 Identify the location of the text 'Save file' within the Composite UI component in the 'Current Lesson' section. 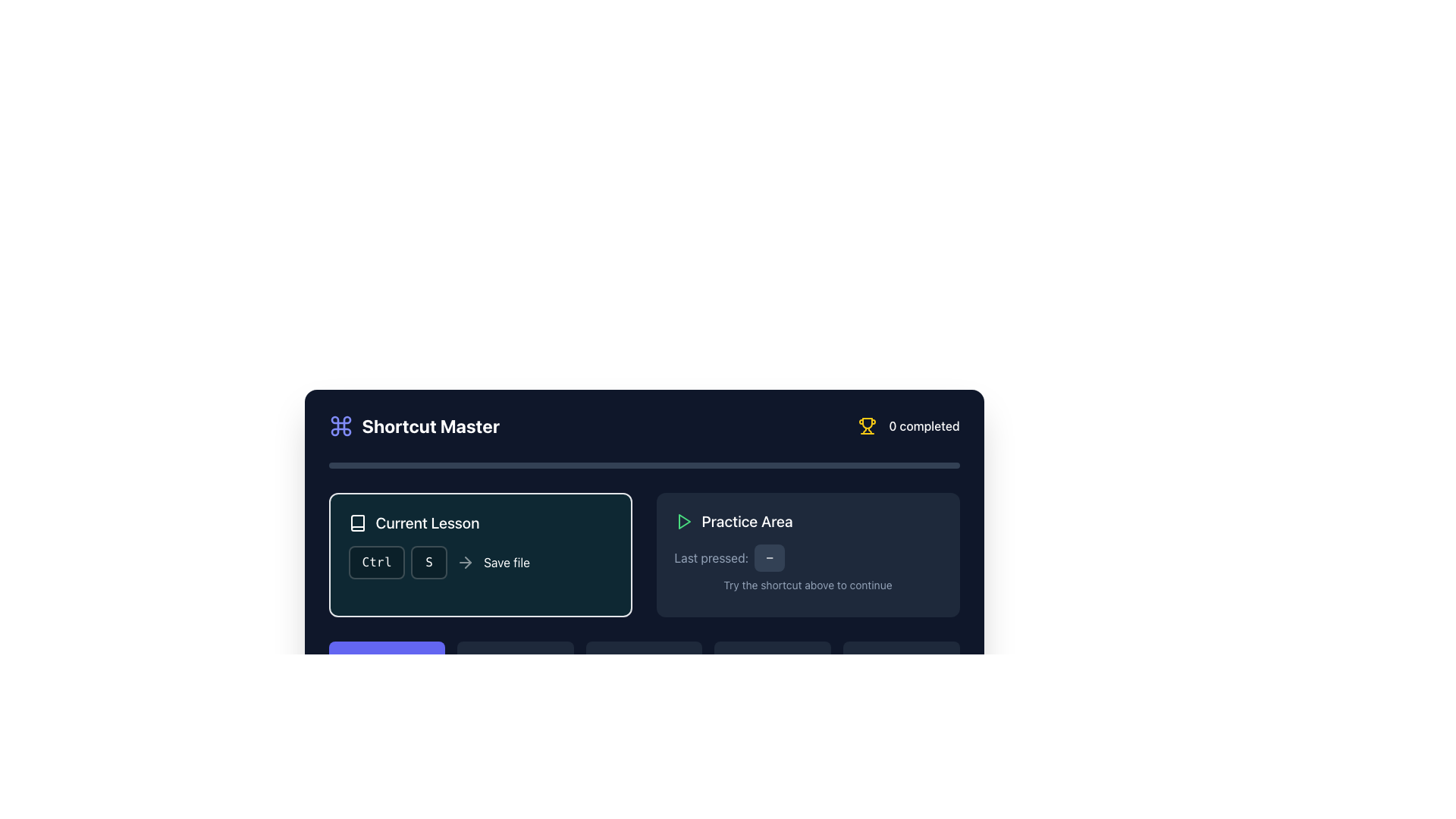
(479, 562).